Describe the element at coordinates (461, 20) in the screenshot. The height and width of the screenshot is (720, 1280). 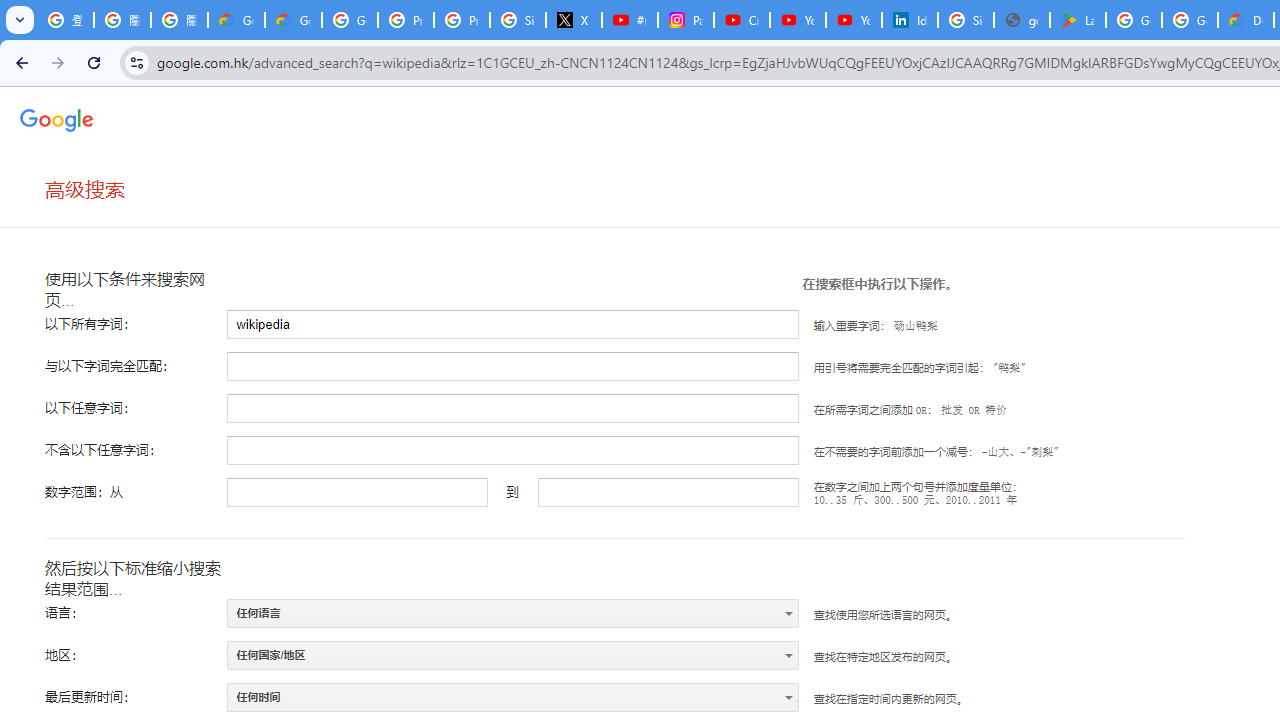
I see `'Privacy Help Center - Policies Help'` at that location.